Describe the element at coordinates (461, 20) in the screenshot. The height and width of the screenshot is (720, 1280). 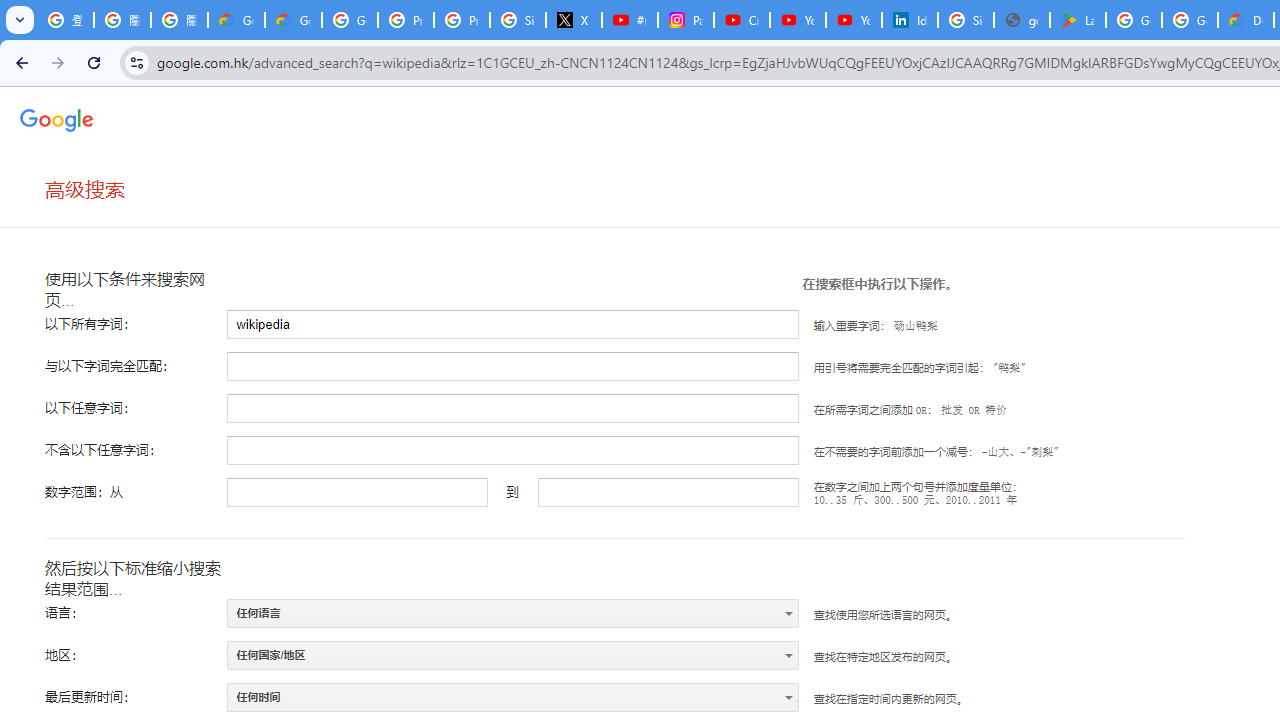
I see `'Privacy Help Center - Policies Help'` at that location.